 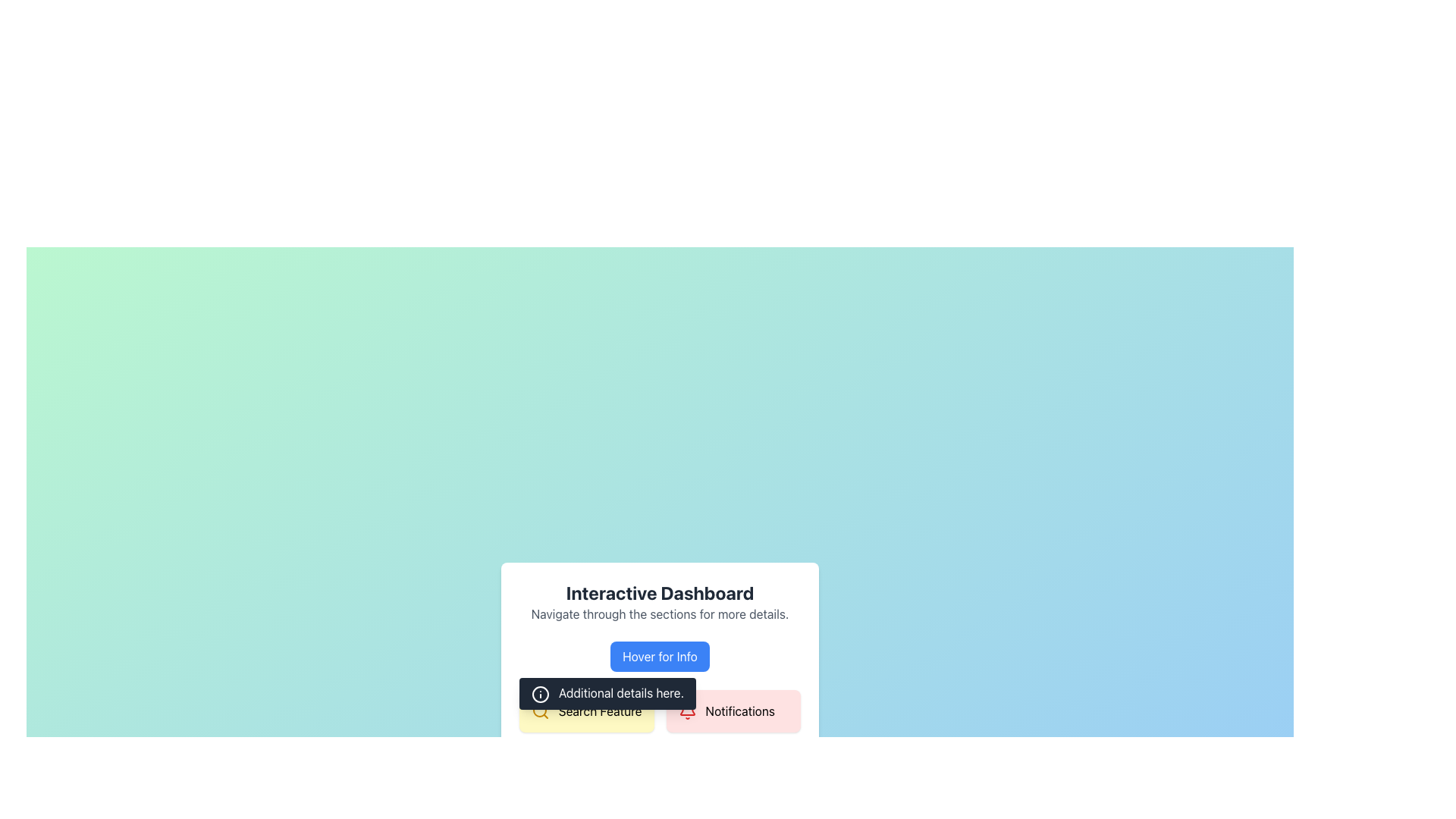 I want to click on the blue button labeled 'Hover for Info', which is centrally aligned below the header text in the interactive dashboard section, so click(x=659, y=656).